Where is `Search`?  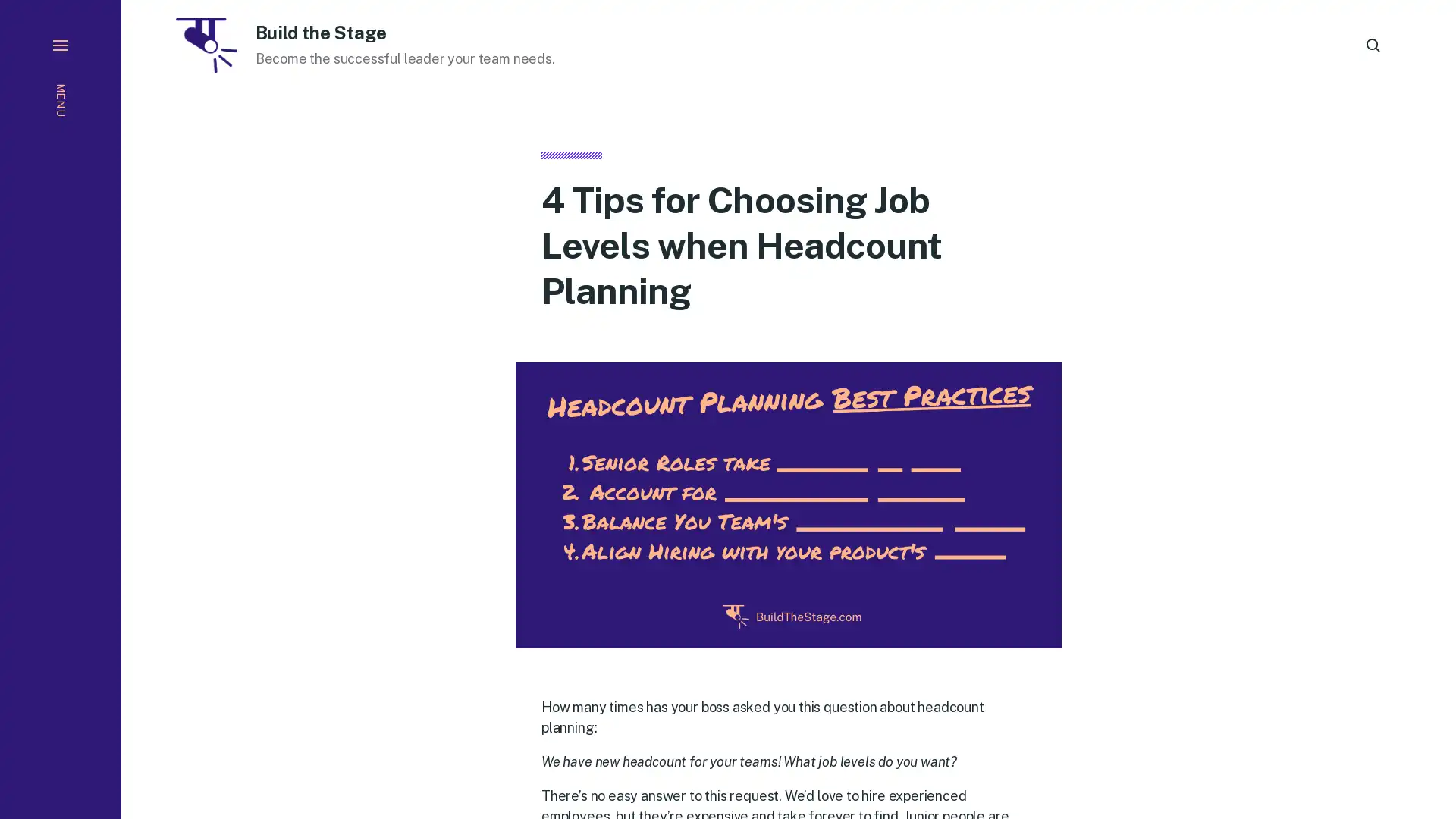 Search is located at coordinates (1373, 45).